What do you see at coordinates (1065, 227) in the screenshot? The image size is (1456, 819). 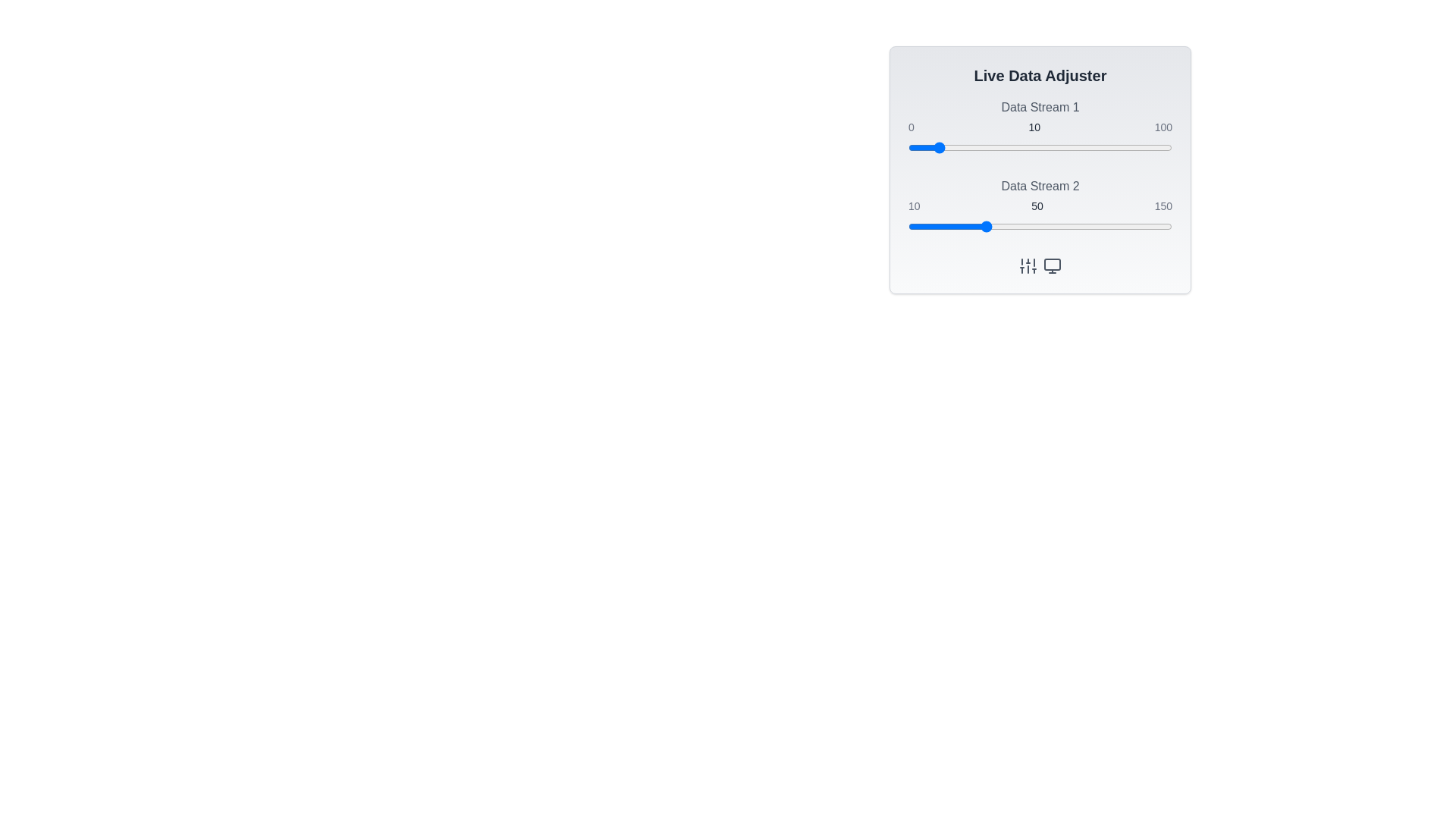 I see `the slider value` at bounding box center [1065, 227].